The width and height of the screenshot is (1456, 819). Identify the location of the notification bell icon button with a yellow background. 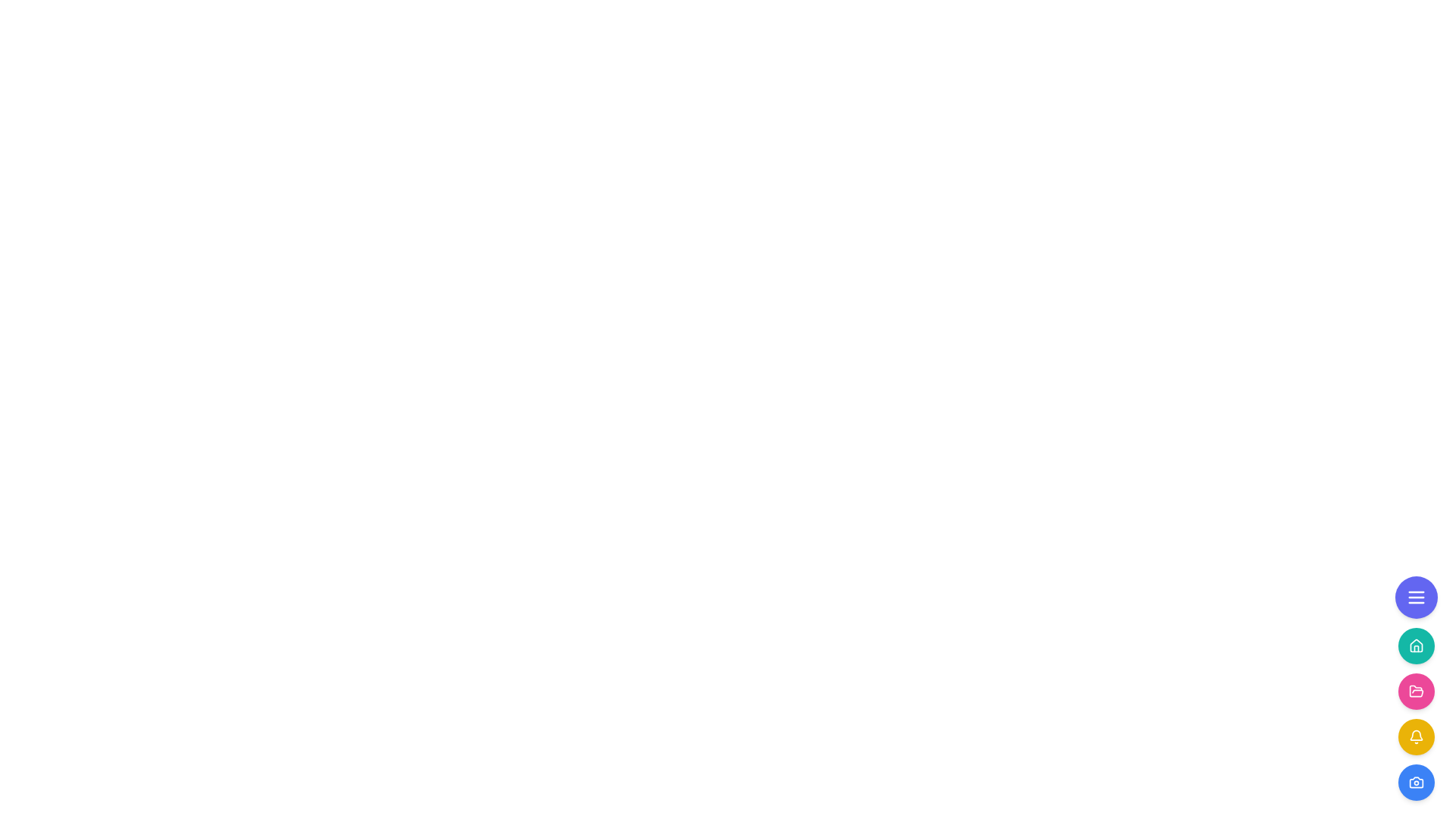
(1415, 736).